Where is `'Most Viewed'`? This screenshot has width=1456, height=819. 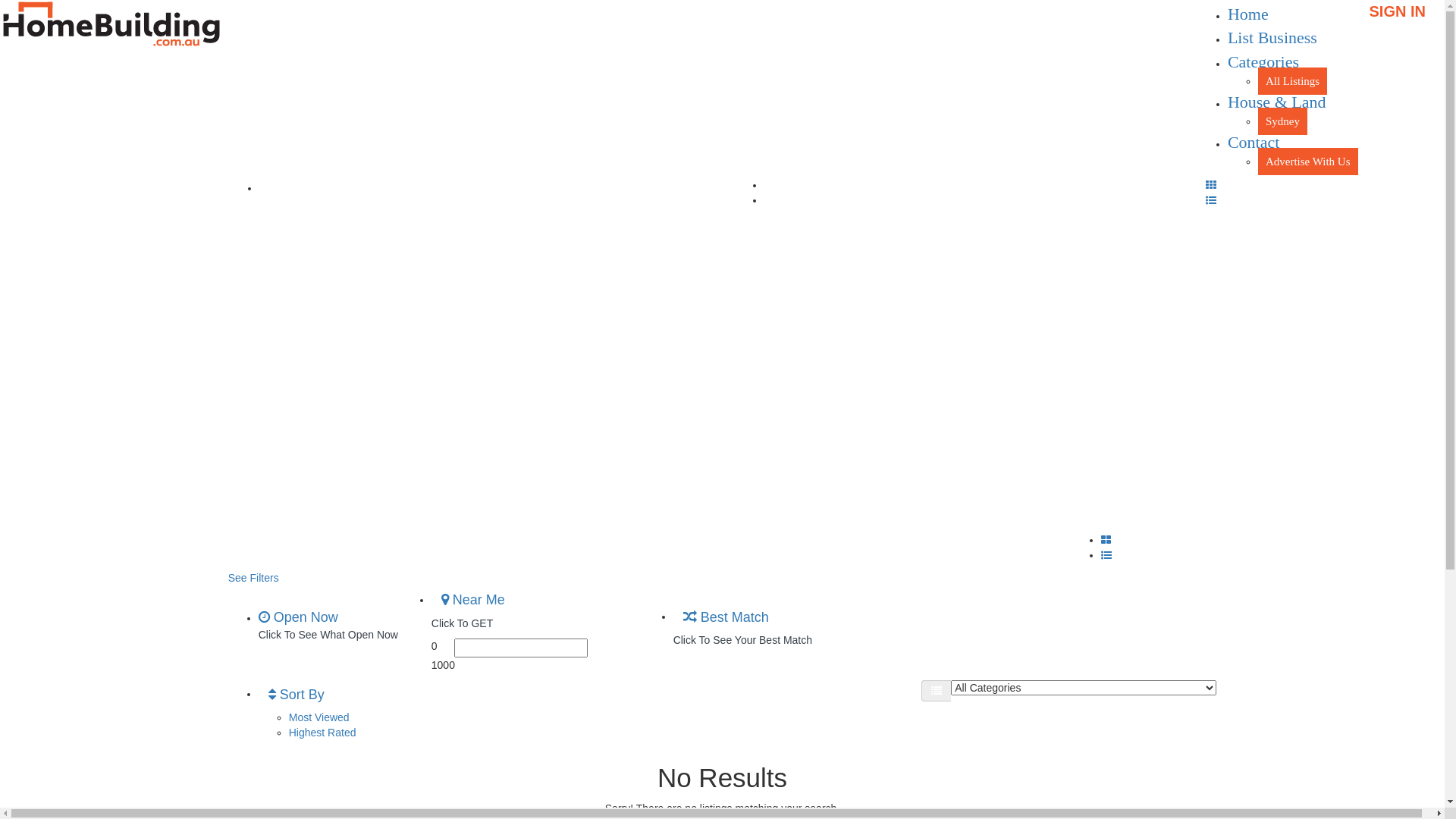
'Most Viewed' is located at coordinates (318, 717).